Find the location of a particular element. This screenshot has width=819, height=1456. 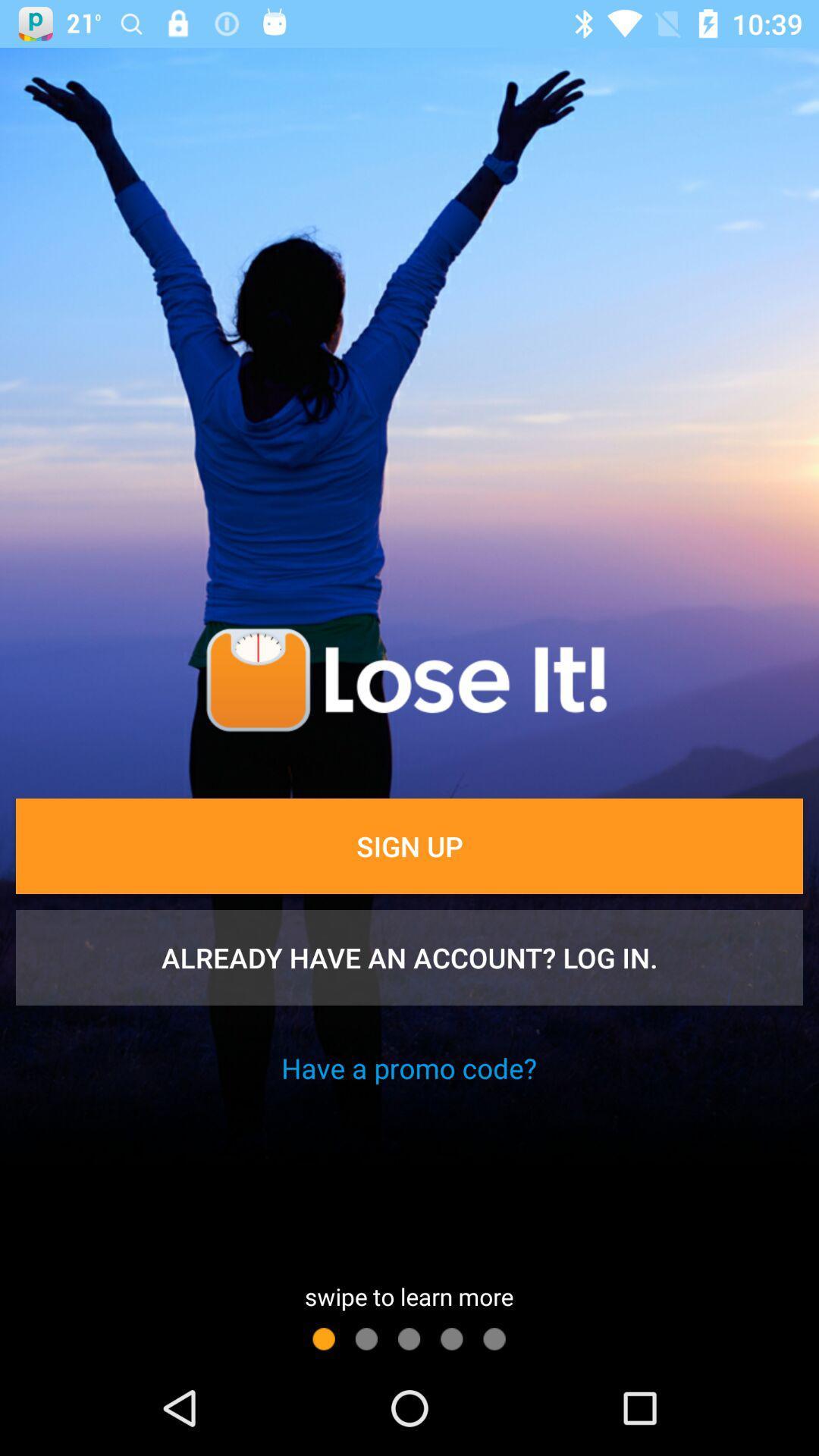

the already have an is located at coordinates (409, 956).